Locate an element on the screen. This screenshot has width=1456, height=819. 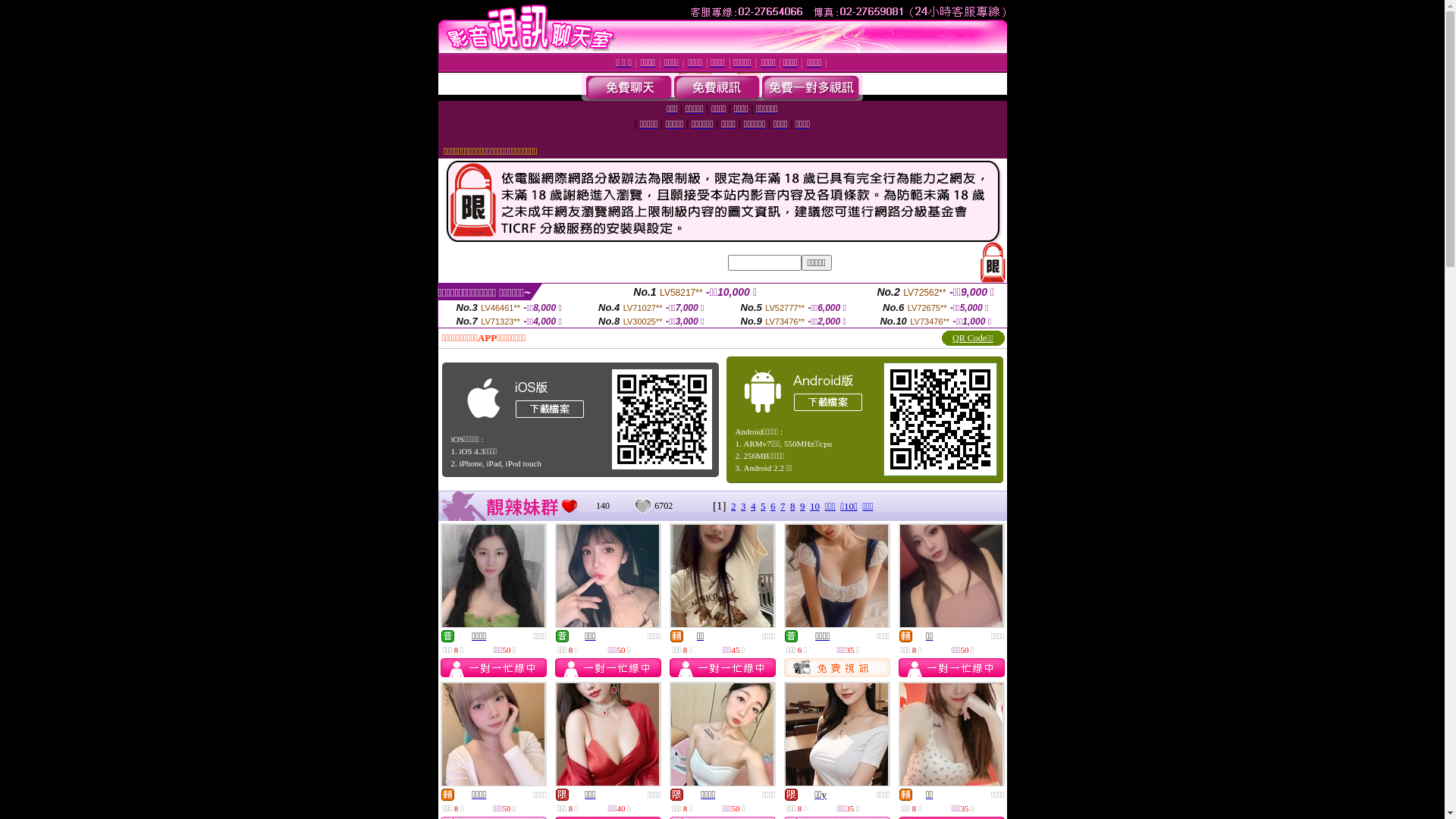
'6' is located at coordinates (773, 506).